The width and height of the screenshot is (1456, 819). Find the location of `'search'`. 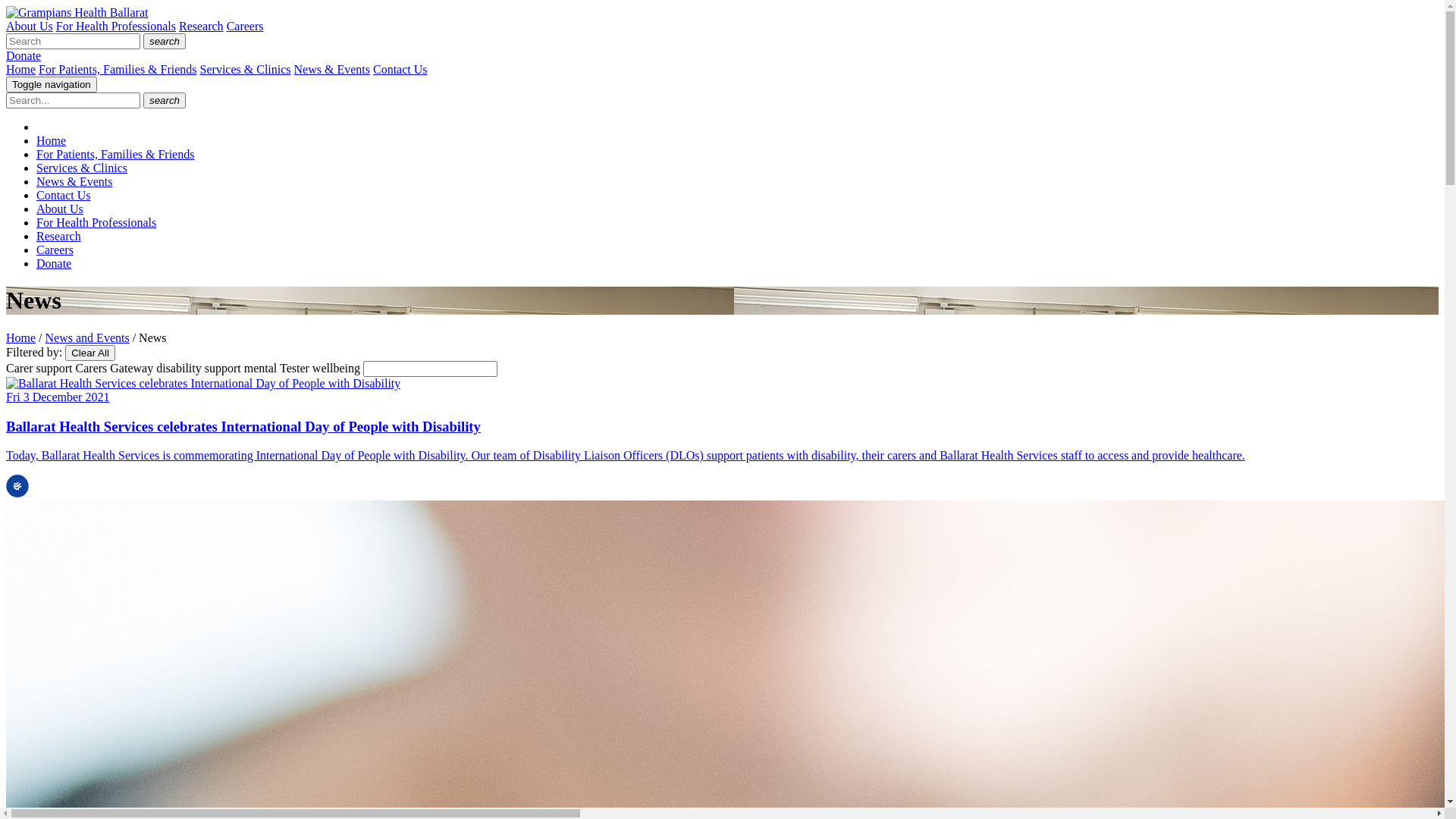

'search' is located at coordinates (143, 40).